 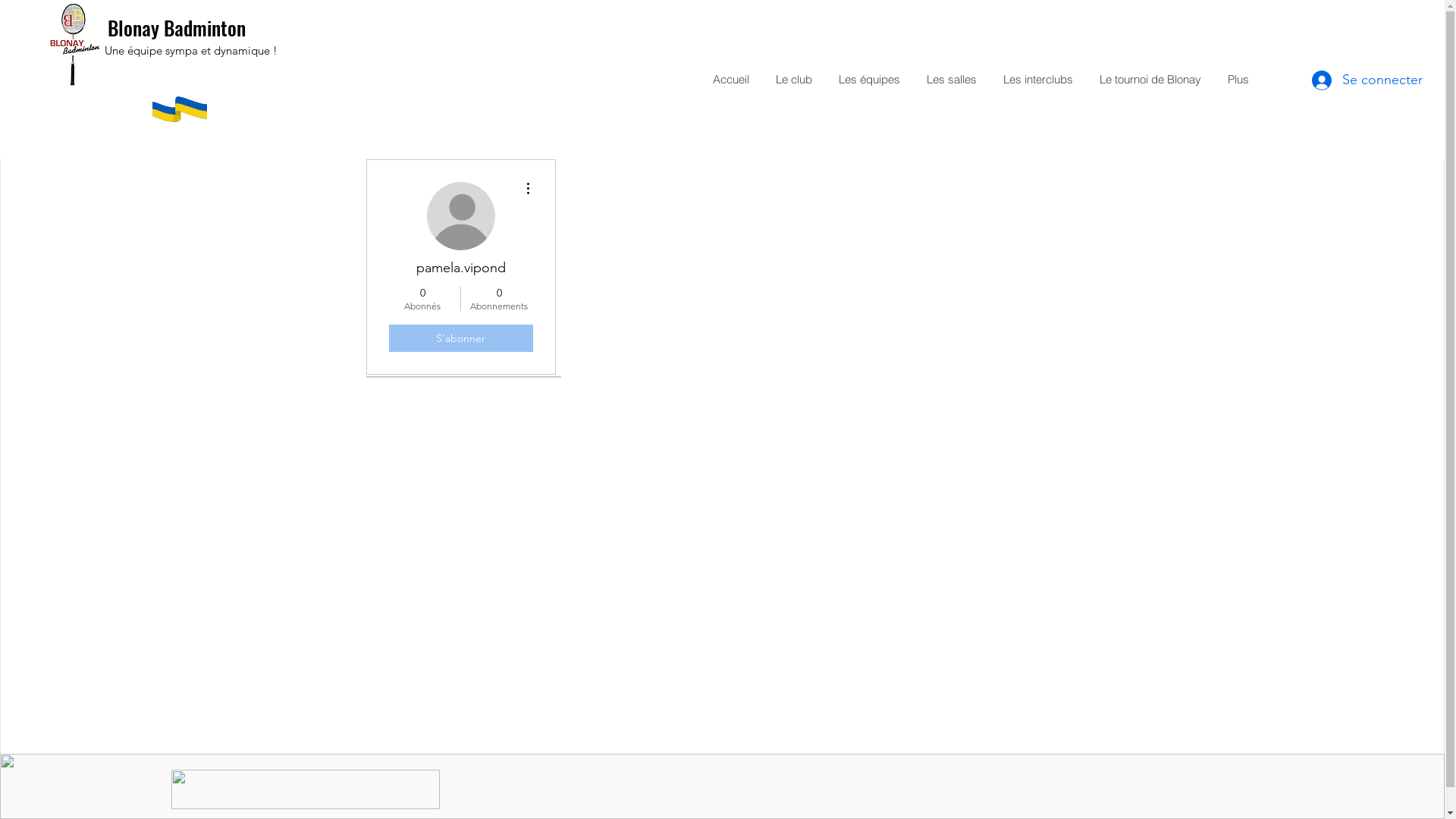 What do you see at coordinates (177, 27) in the screenshot?
I see `'Blonay Badminton'` at bounding box center [177, 27].